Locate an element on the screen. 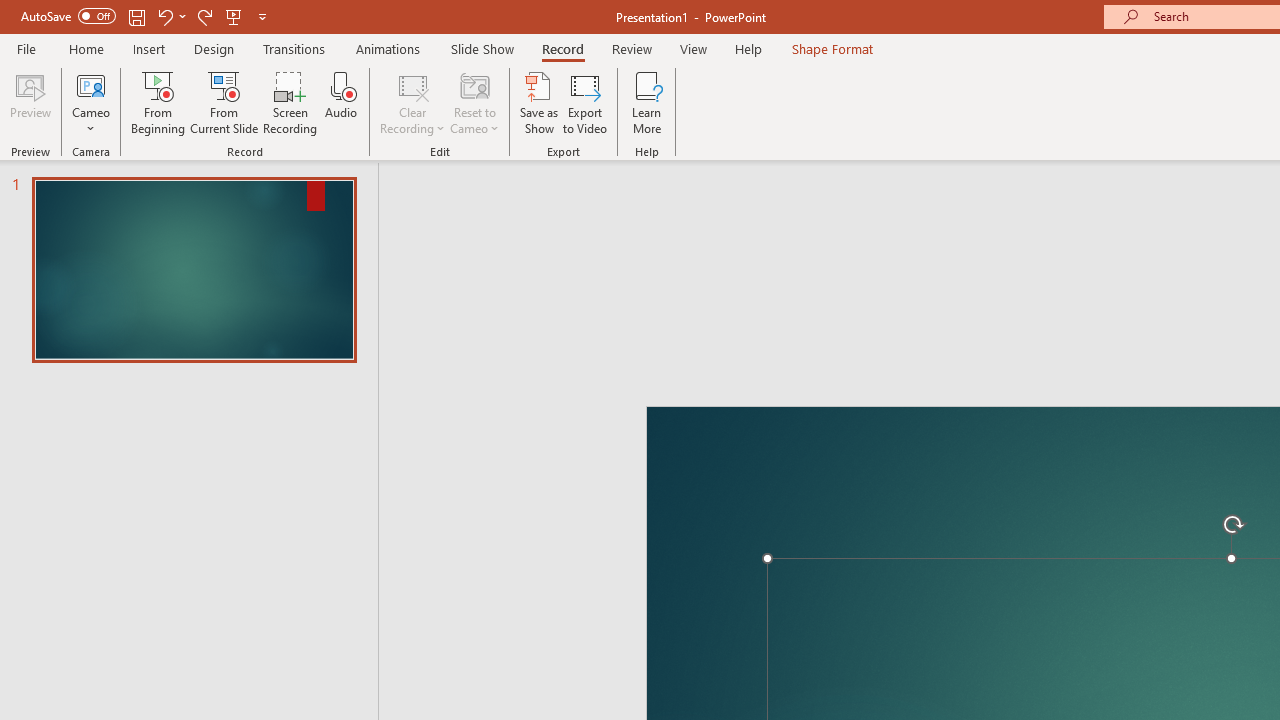 This screenshot has width=1280, height=720. 'Slide' is located at coordinates (194, 270).